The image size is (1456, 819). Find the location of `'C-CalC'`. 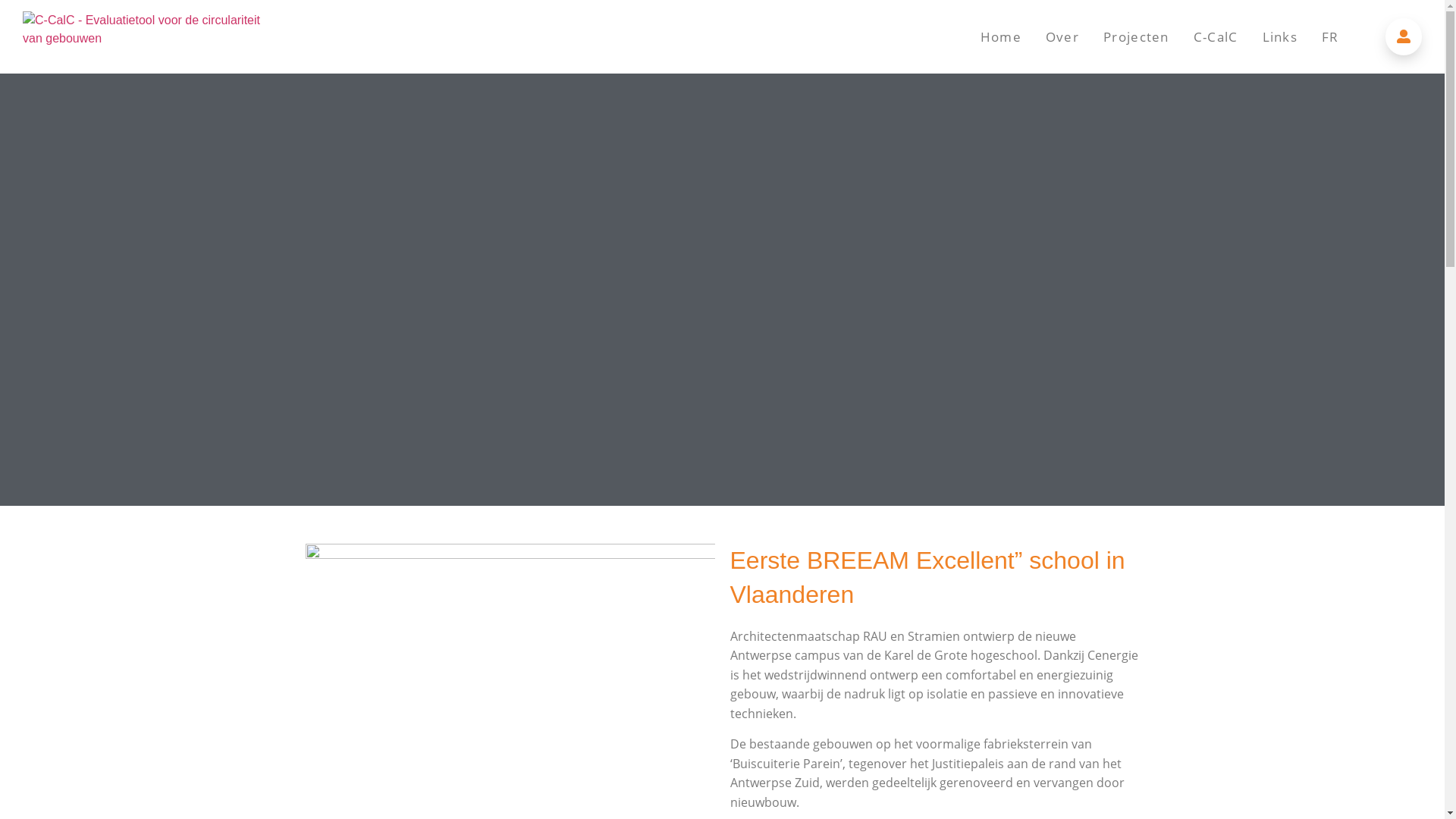

'C-CalC' is located at coordinates (1181, 36).